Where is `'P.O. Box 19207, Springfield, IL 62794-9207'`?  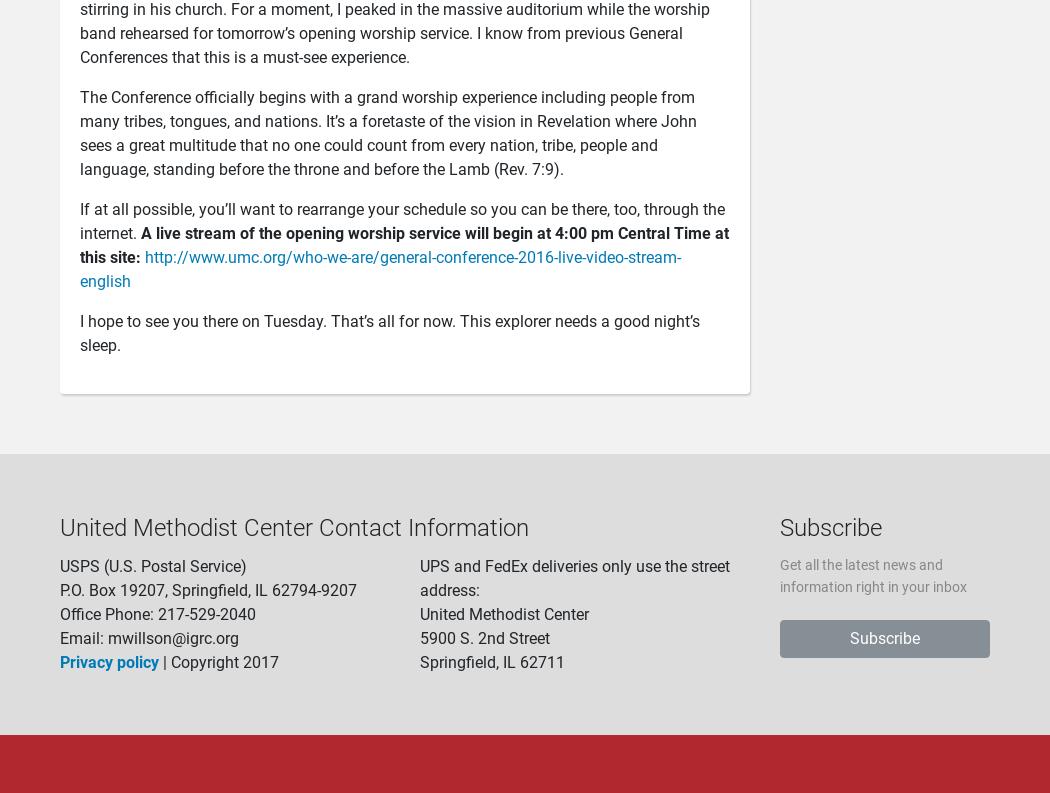 'P.O. Box 19207, Springfield, IL 62794-9207' is located at coordinates (58, 589).